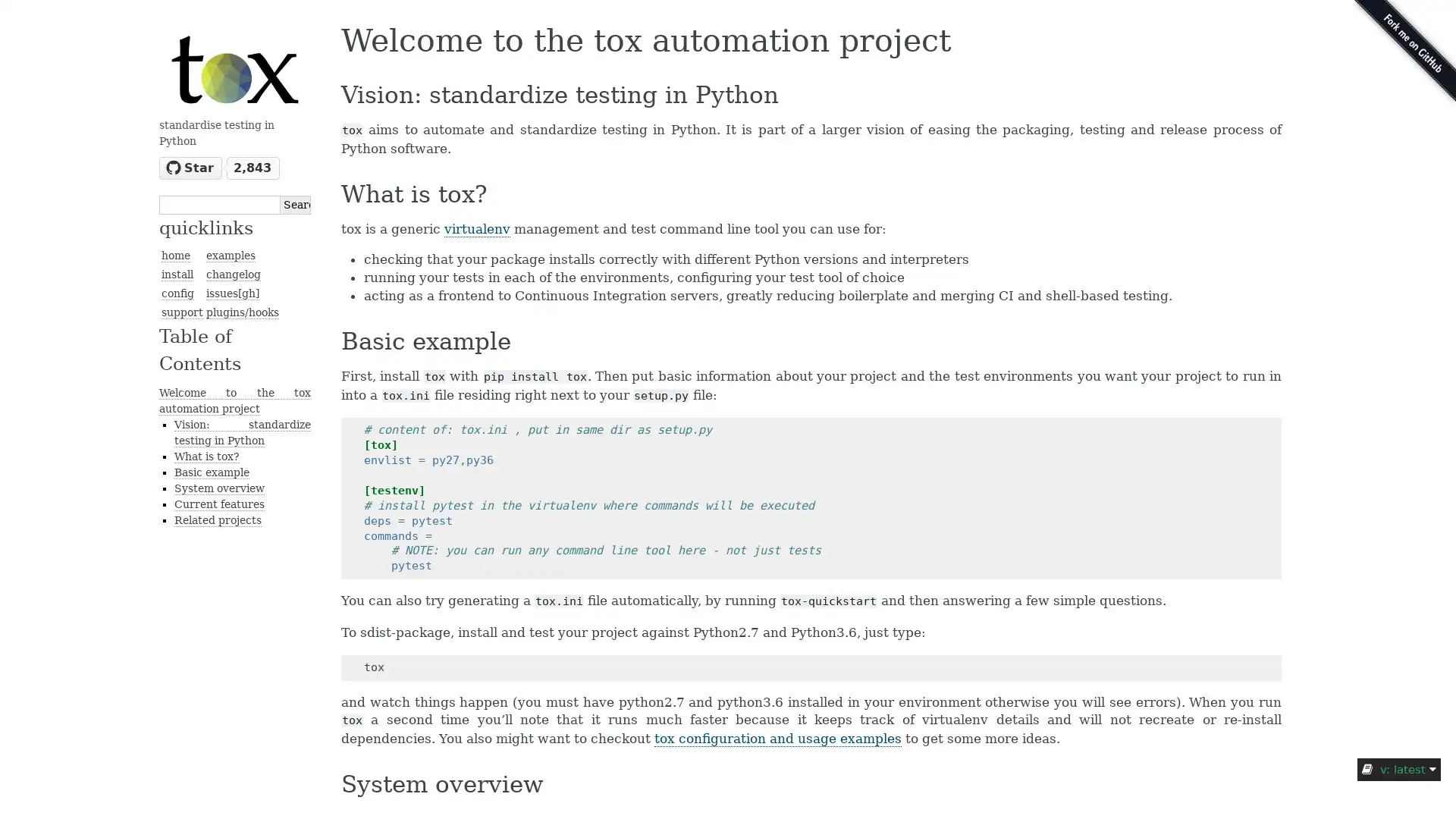  I want to click on Search, so click(295, 203).